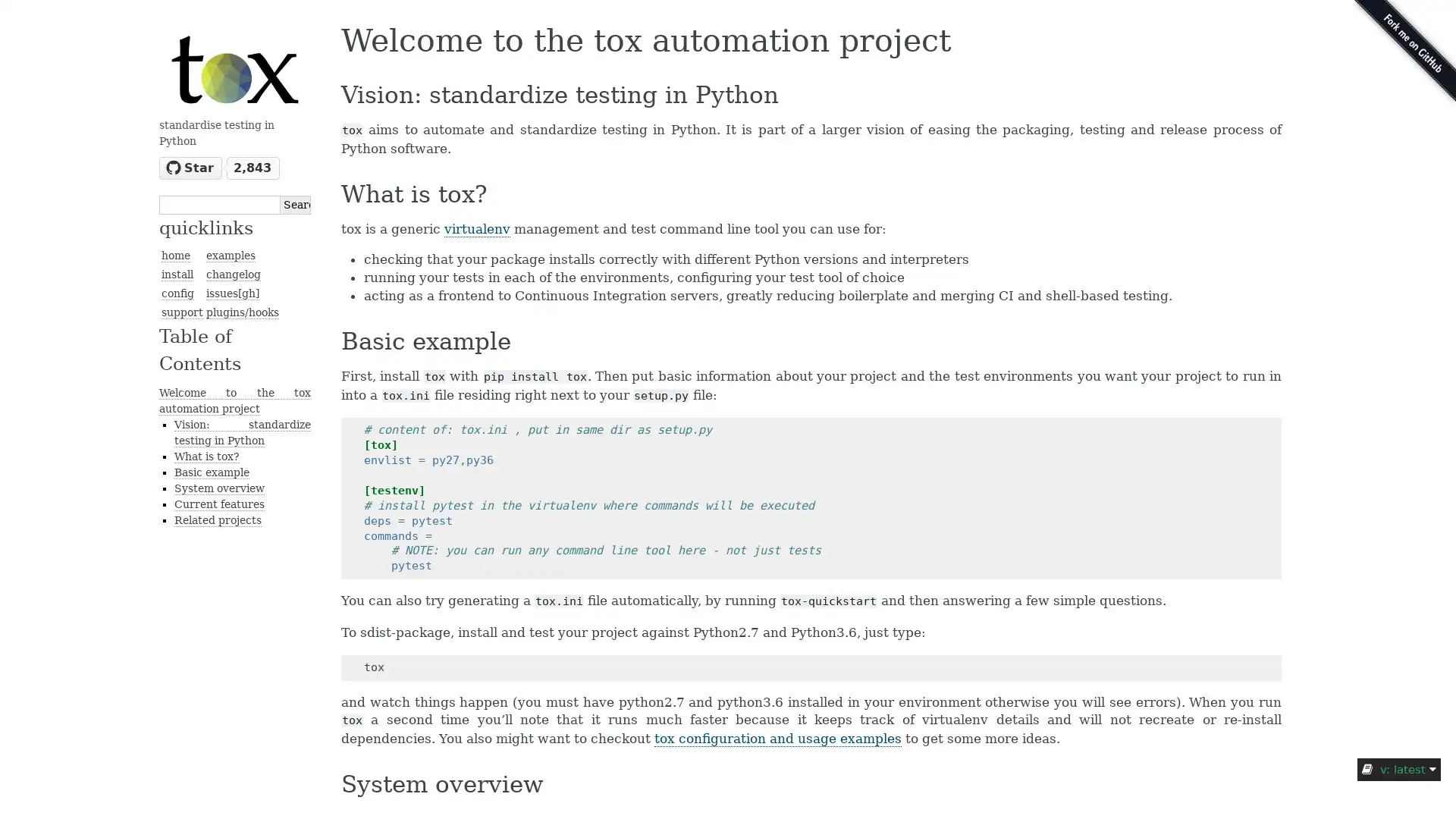  I want to click on Search, so click(295, 203).